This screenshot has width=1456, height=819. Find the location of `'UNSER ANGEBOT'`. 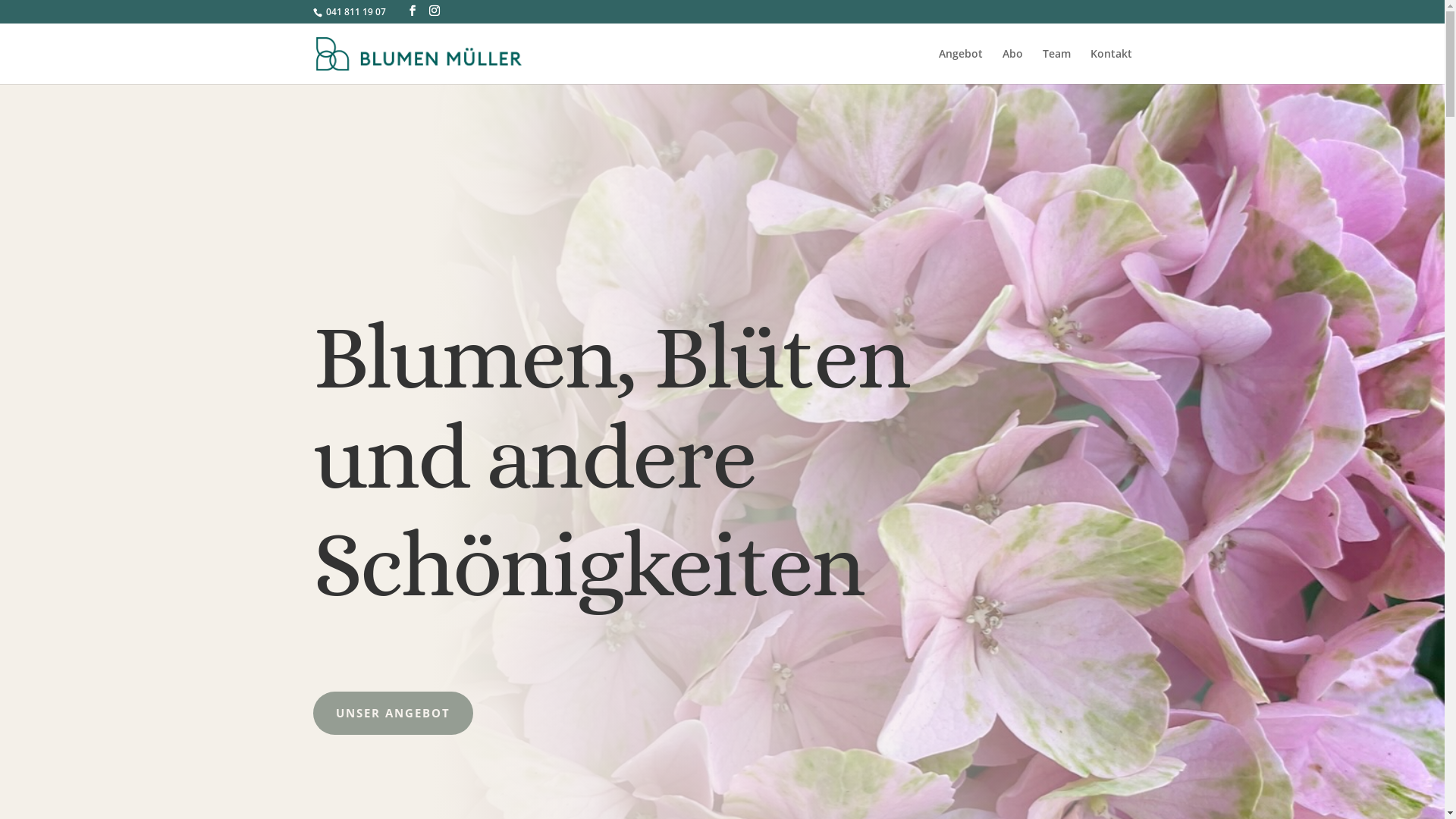

'UNSER ANGEBOT' is located at coordinates (392, 714).